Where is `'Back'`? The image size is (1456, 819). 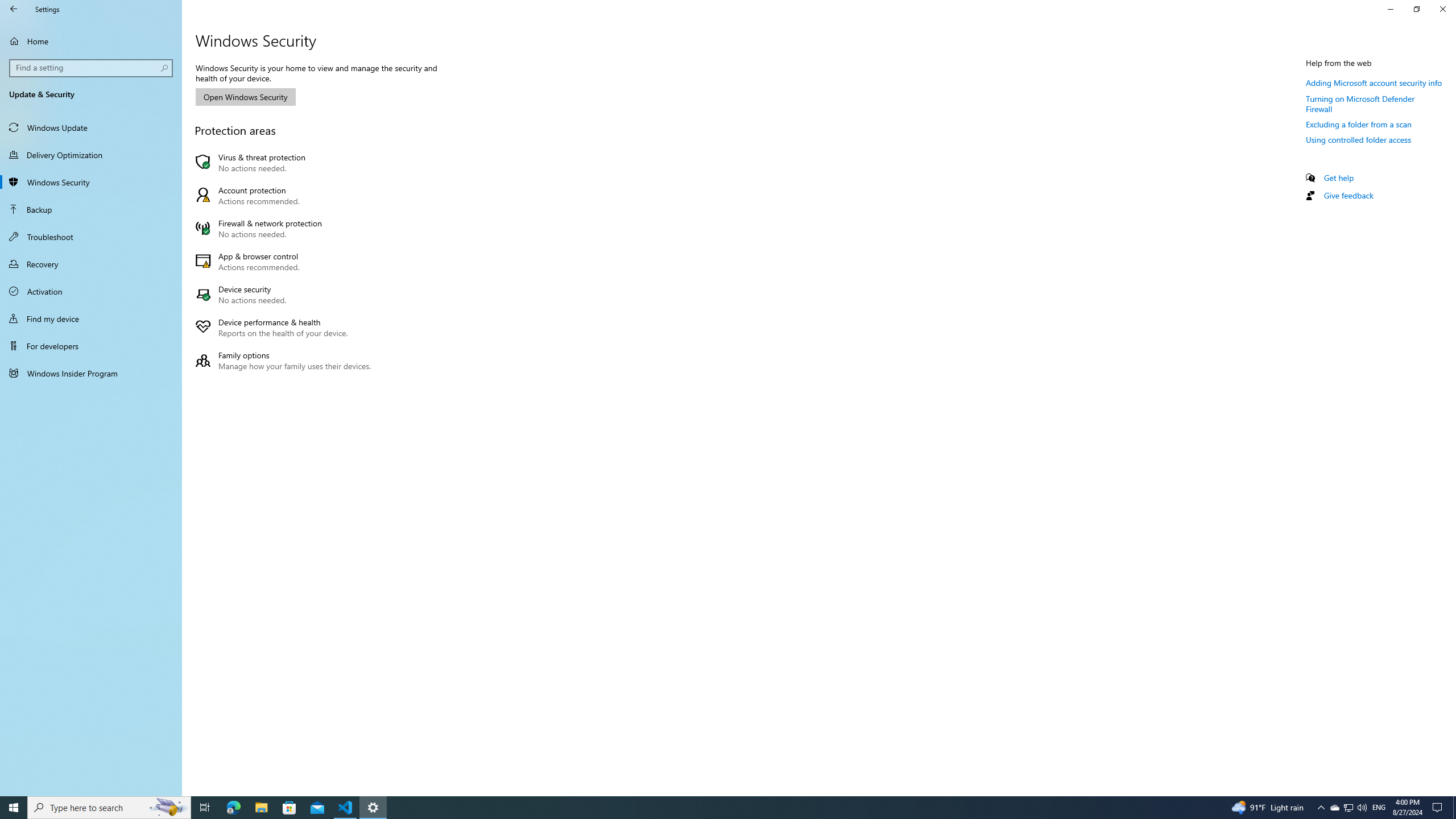
'Back' is located at coordinates (14, 9).